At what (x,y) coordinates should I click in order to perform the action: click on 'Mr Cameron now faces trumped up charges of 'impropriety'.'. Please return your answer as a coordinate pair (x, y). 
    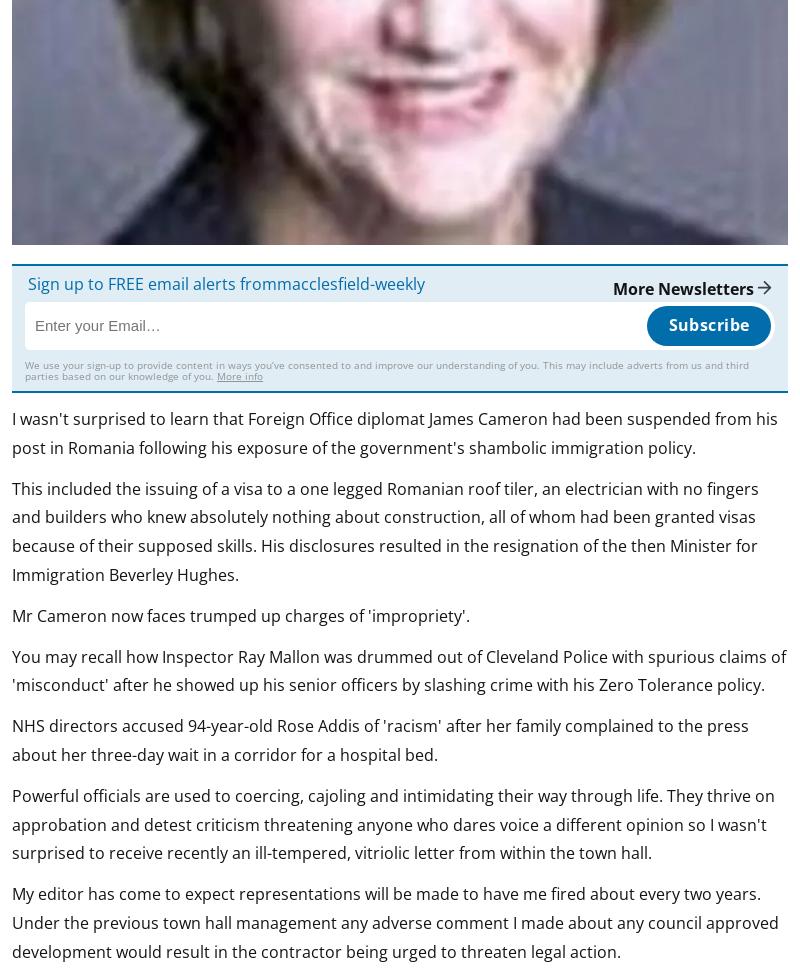
    Looking at the image, I should click on (12, 614).